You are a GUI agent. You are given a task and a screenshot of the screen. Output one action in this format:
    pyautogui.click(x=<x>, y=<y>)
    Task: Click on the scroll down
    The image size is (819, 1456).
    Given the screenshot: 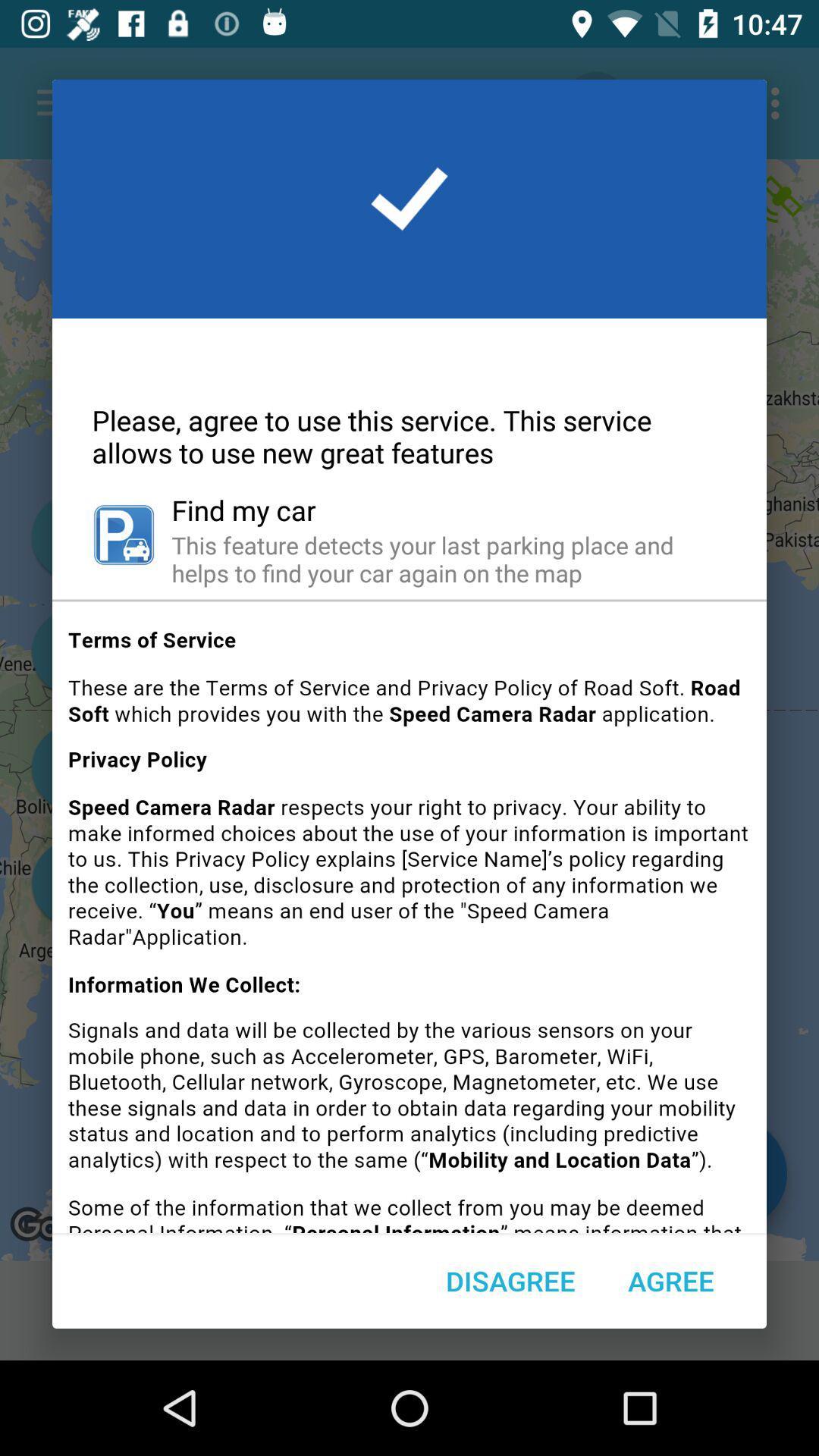 What is the action you would take?
    pyautogui.click(x=409, y=921)
    